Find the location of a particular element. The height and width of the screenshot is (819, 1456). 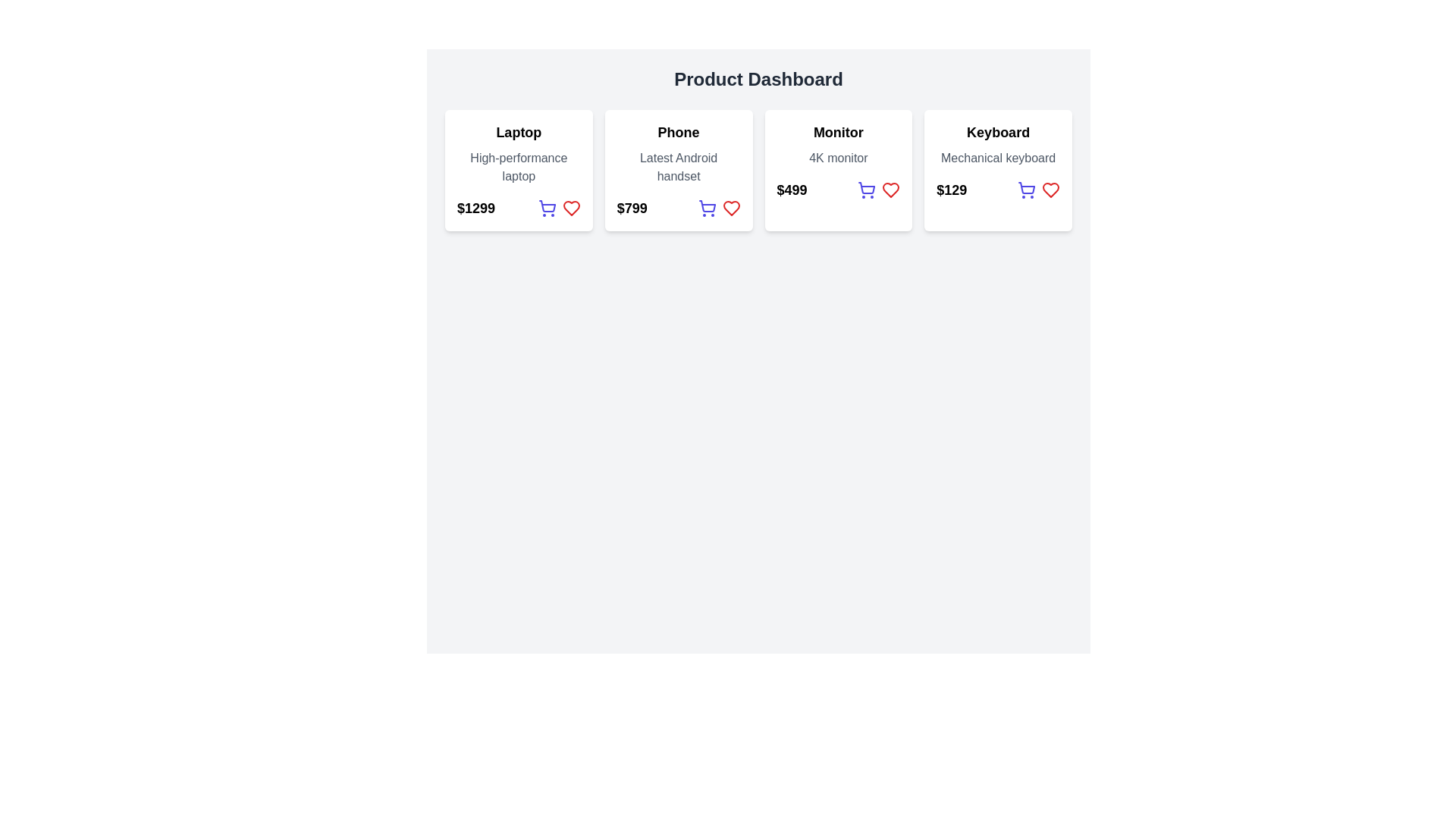

the wishlist toggle button (heart icon) located at the bottom-right corner of the Laptop product card is located at coordinates (570, 208).